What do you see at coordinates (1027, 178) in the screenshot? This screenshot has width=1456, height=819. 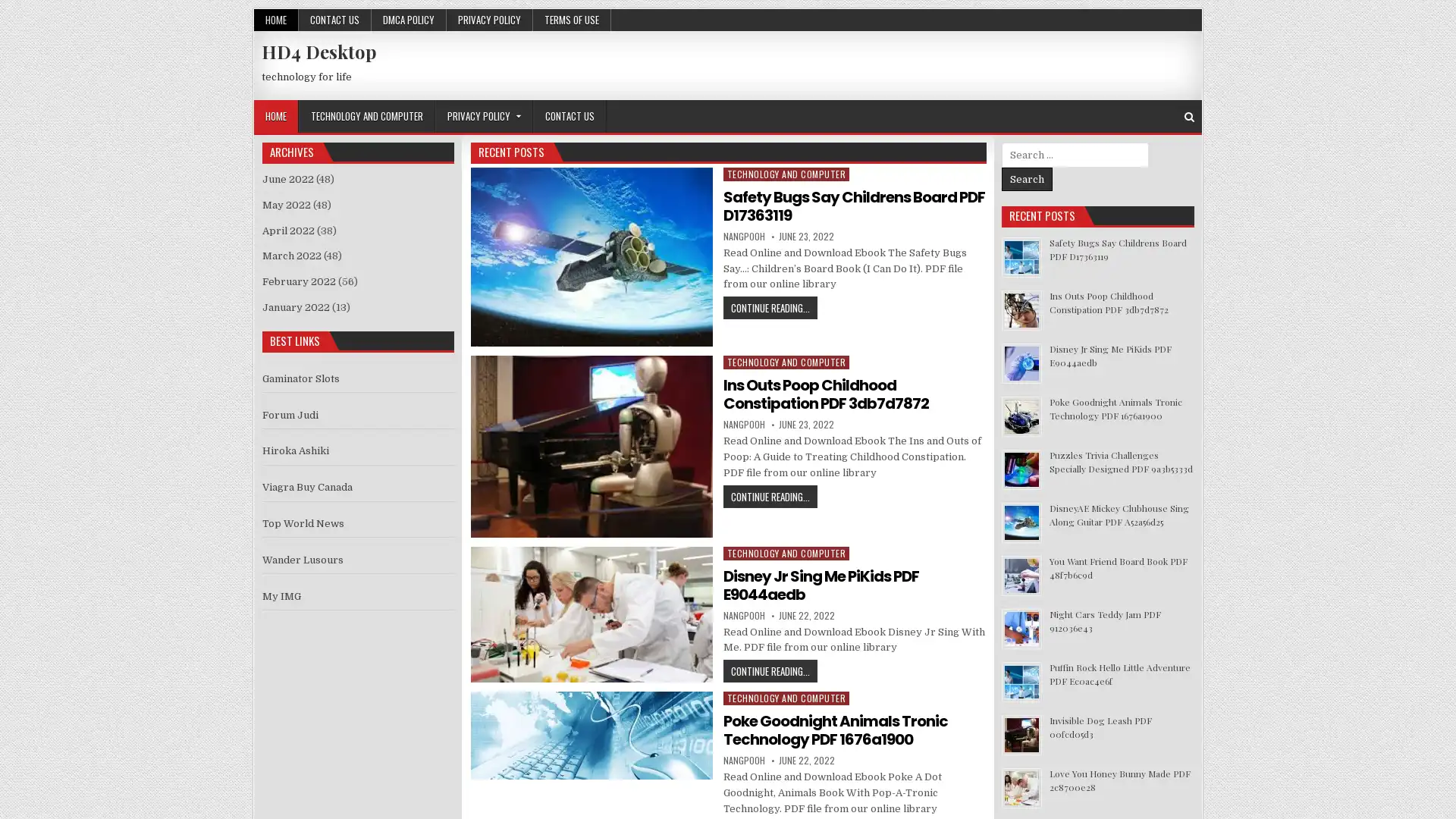 I see `Search` at bounding box center [1027, 178].